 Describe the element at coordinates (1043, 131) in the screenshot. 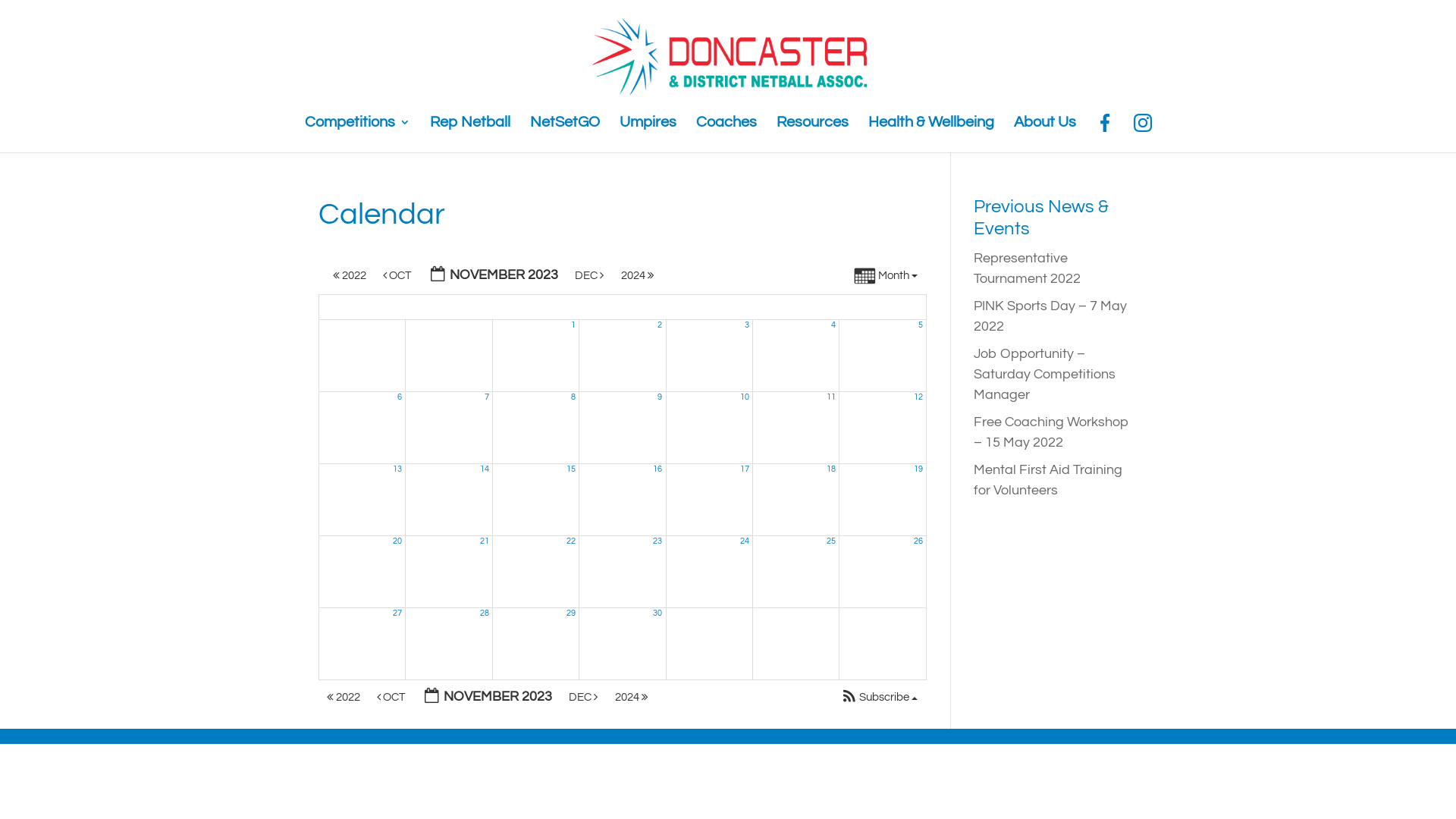

I see `'About Us'` at that location.